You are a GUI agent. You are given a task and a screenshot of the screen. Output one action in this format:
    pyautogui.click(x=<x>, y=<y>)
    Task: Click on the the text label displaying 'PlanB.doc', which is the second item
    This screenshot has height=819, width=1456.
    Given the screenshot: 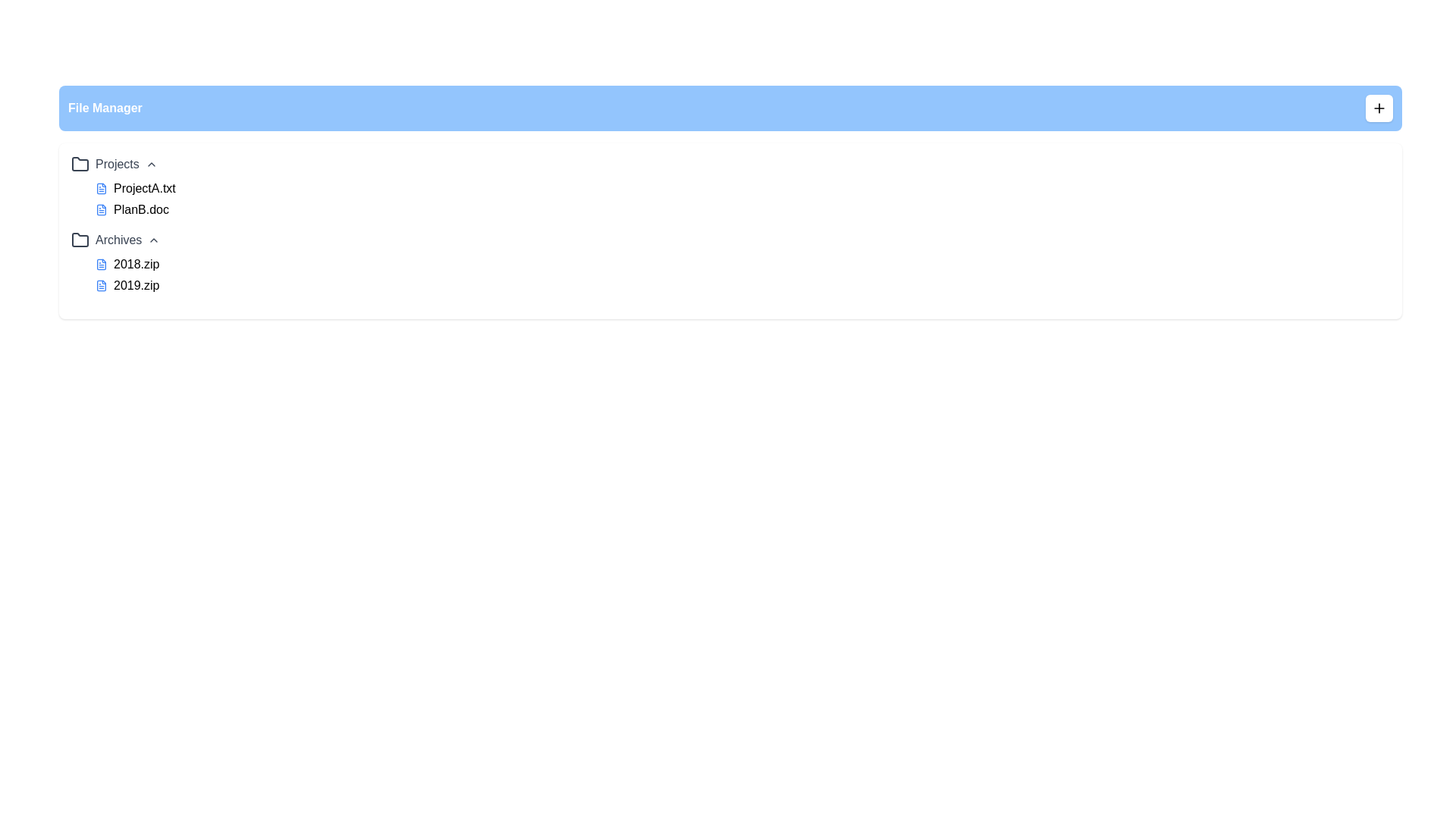 What is the action you would take?
    pyautogui.click(x=141, y=210)
    